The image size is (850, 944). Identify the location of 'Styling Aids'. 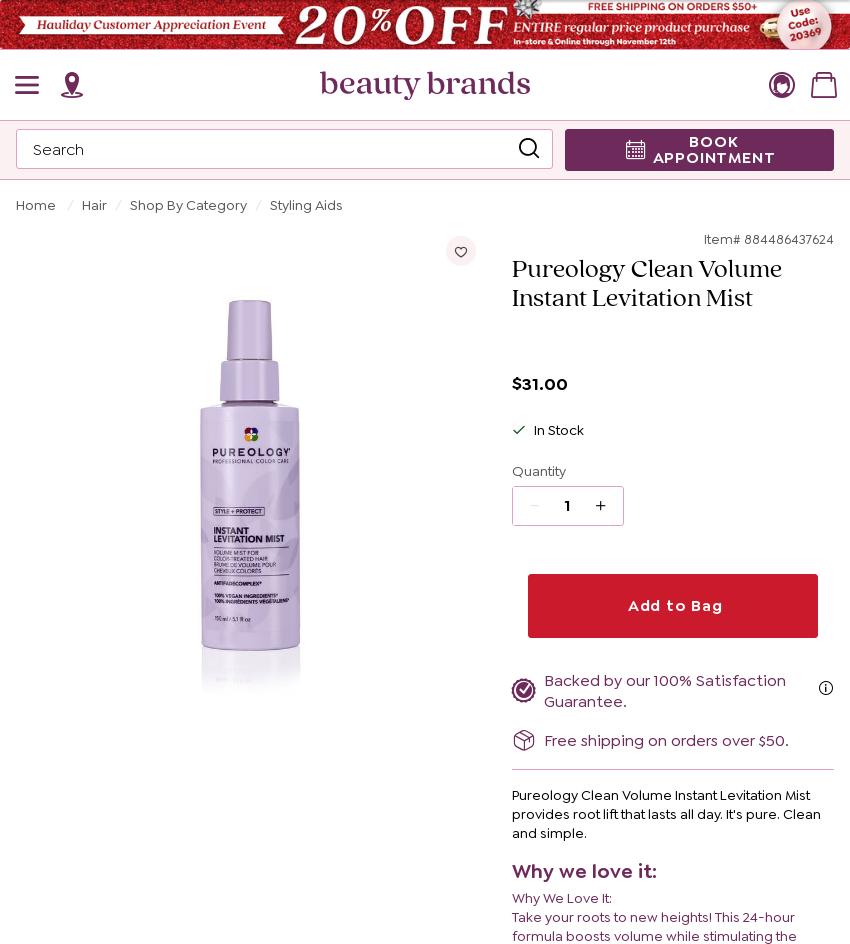
(306, 204).